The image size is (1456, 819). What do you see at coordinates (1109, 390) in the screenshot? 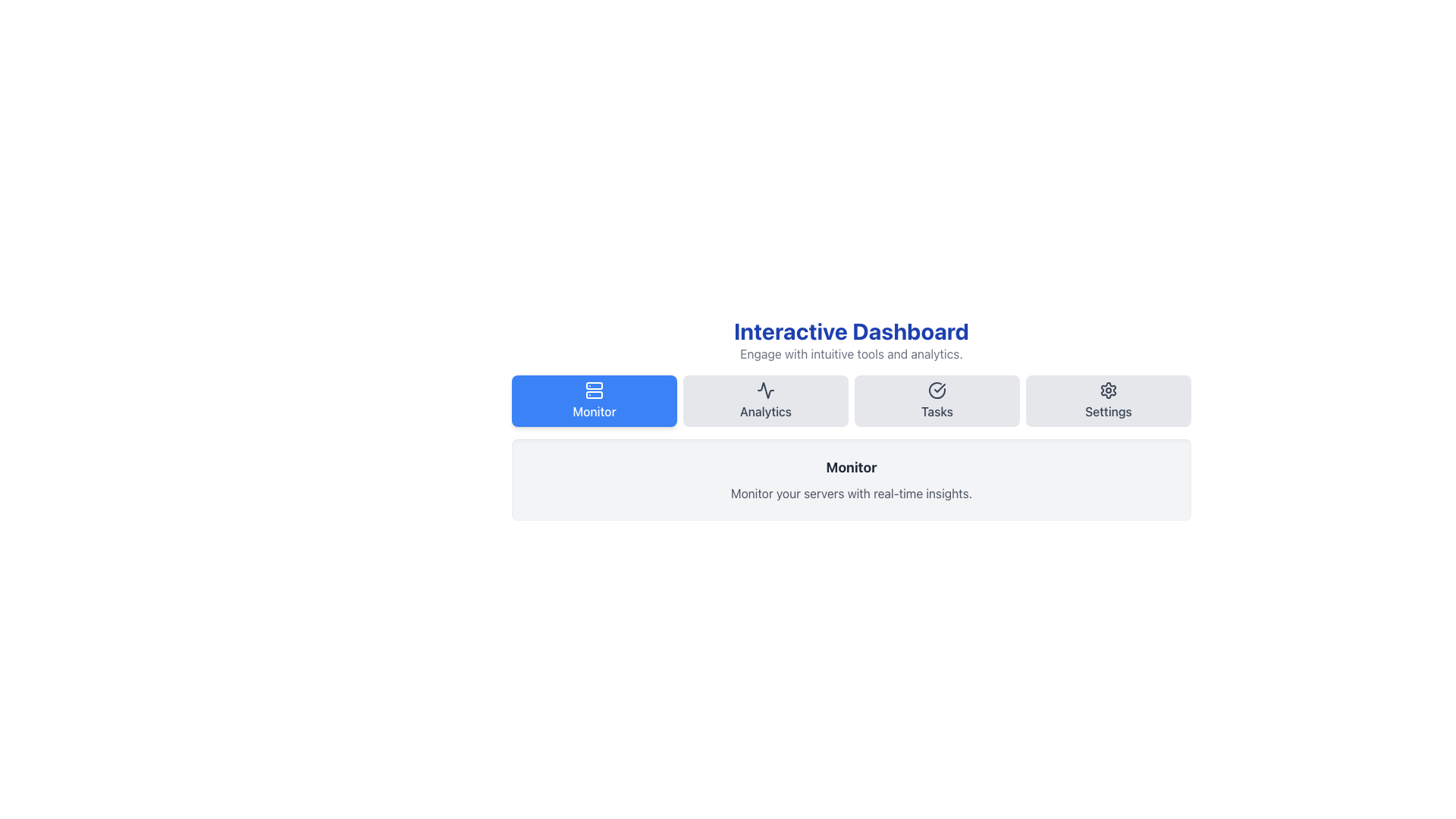
I see `the settings icon, which is visually represented as a gear icon and located within the 'Settings' button group on the right side next to the 'Tasks' button` at bounding box center [1109, 390].